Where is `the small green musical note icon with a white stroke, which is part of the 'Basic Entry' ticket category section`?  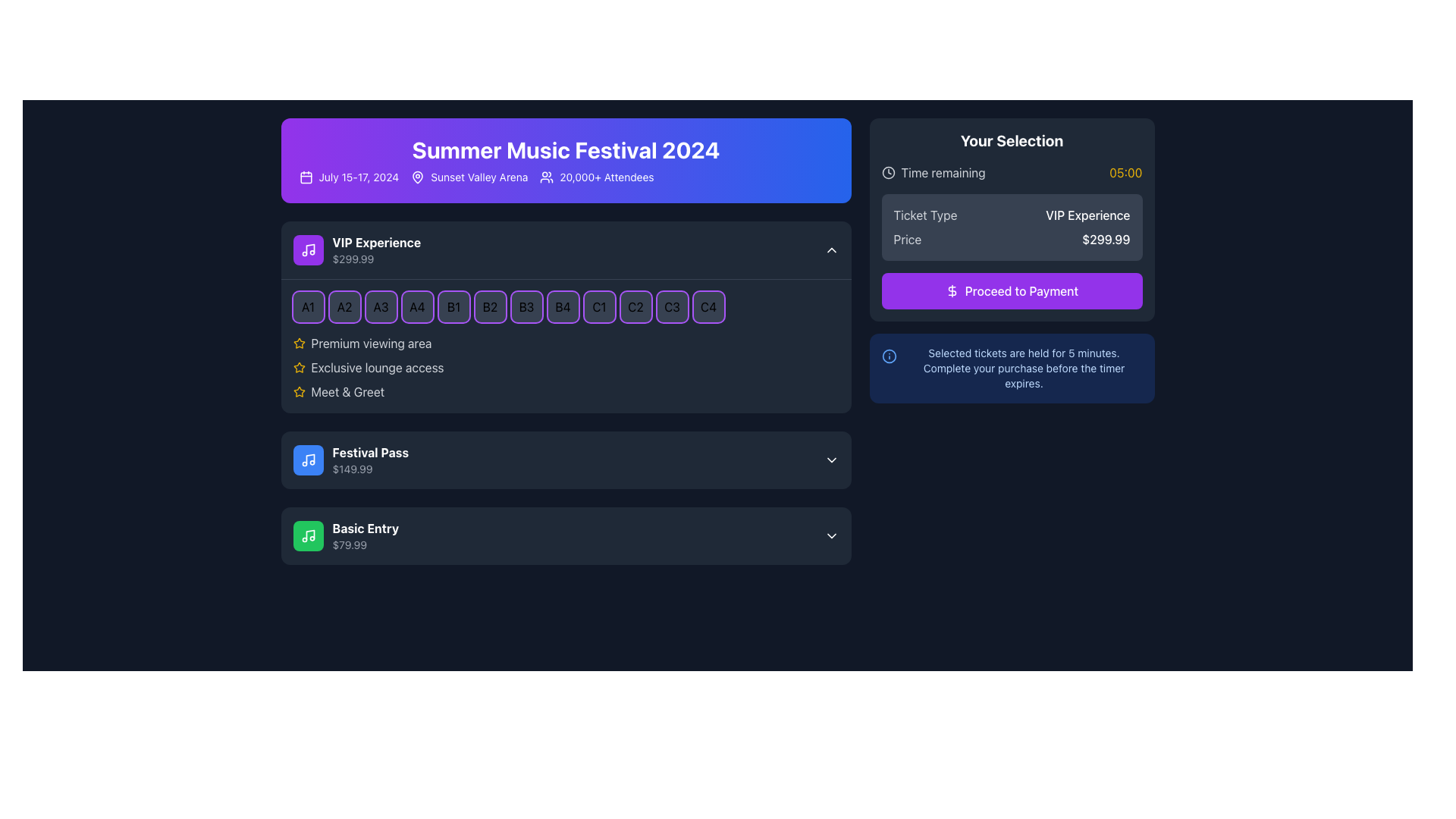
the small green musical note icon with a white stroke, which is part of the 'Basic Entry' ticket category section is located at coordinates (307, 535).